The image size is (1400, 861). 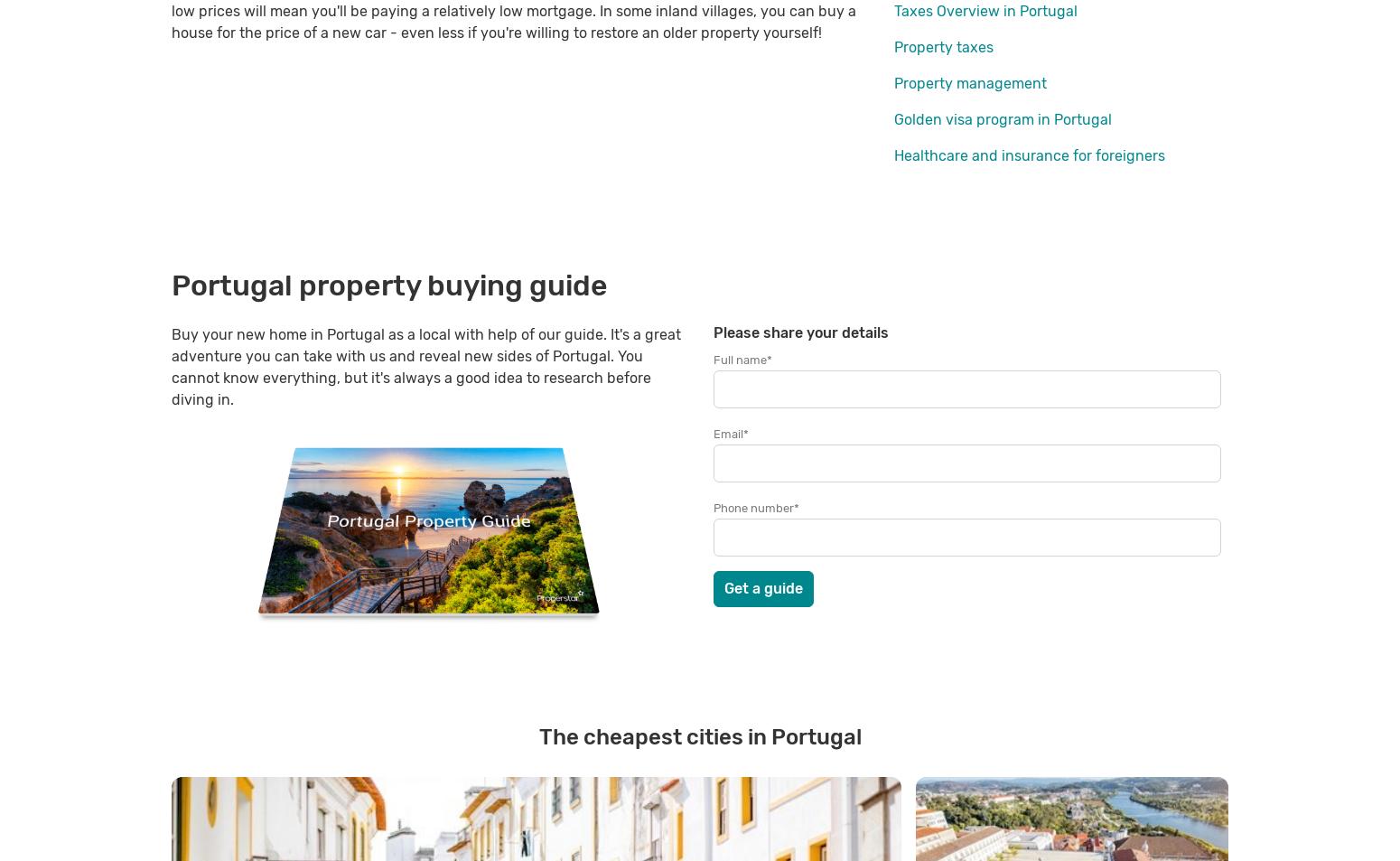 What do you see at coordinates (1002, 118) in the screenshot?
I see `'Golden visa program in Portugal'` at bounding box center [1002, 118].